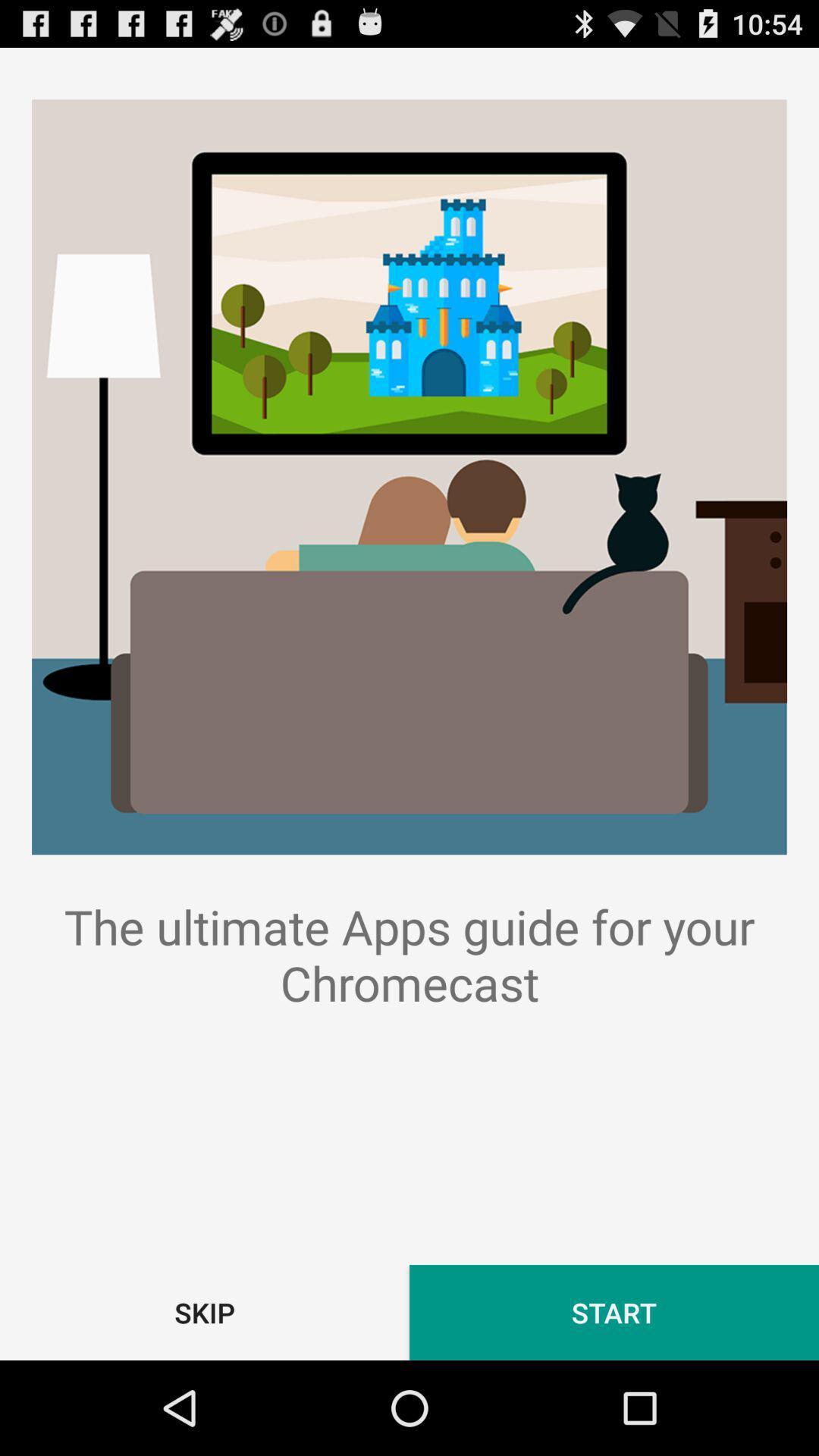 Image resolution: width=819 pixels, height=1456 pixels. What do you see at coordinates (614, 1312) in the screenshot?
I see `the icon below the the ultimate apps app` at bounding box center [614, 1312].